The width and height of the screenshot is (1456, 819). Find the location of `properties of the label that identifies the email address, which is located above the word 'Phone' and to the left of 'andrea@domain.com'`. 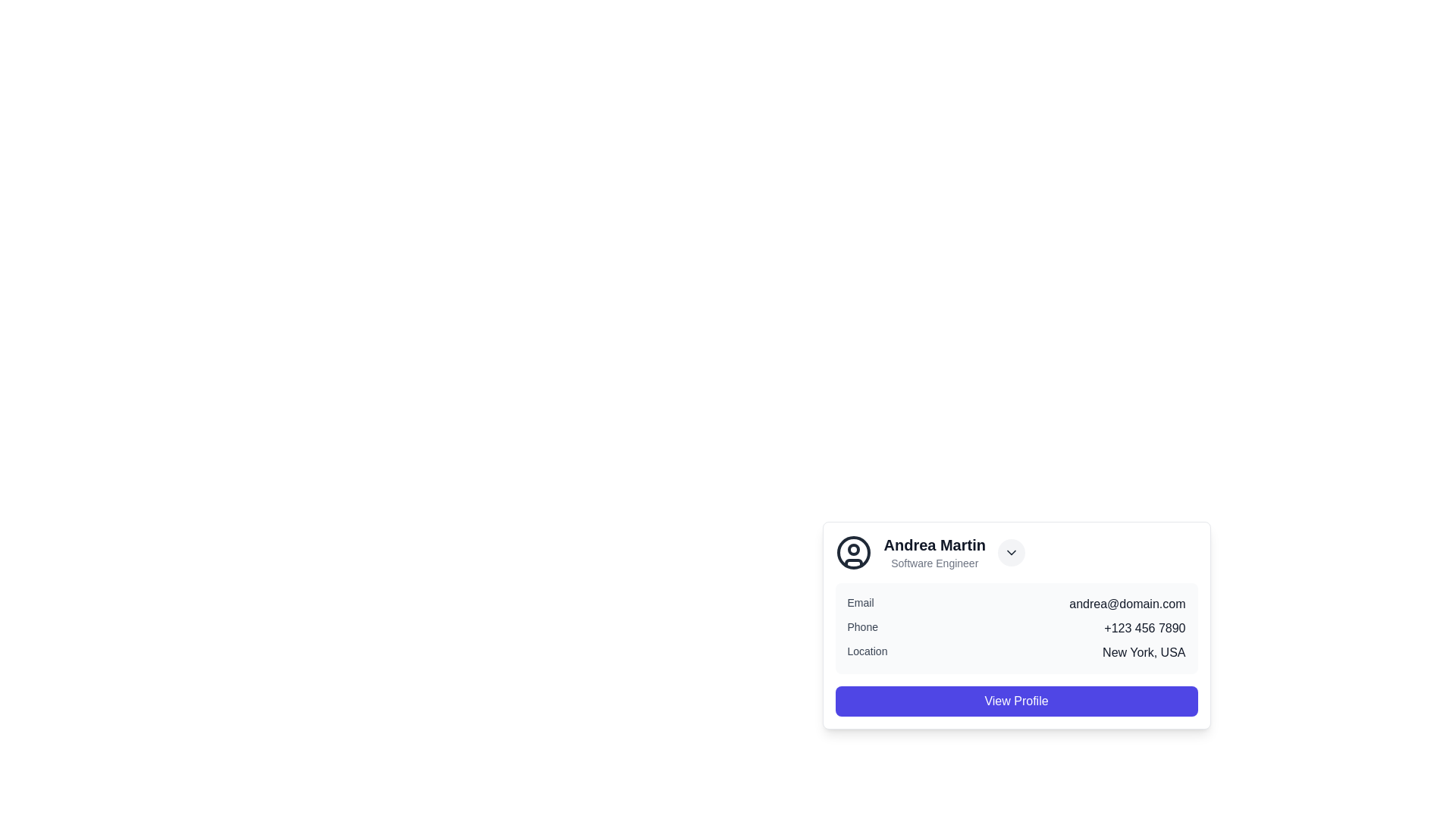

properties of the label that identifies the email address, which is located above the word 'Phone' and to the left of 'andrea@domain.com' is located at coordinates (861, 604).